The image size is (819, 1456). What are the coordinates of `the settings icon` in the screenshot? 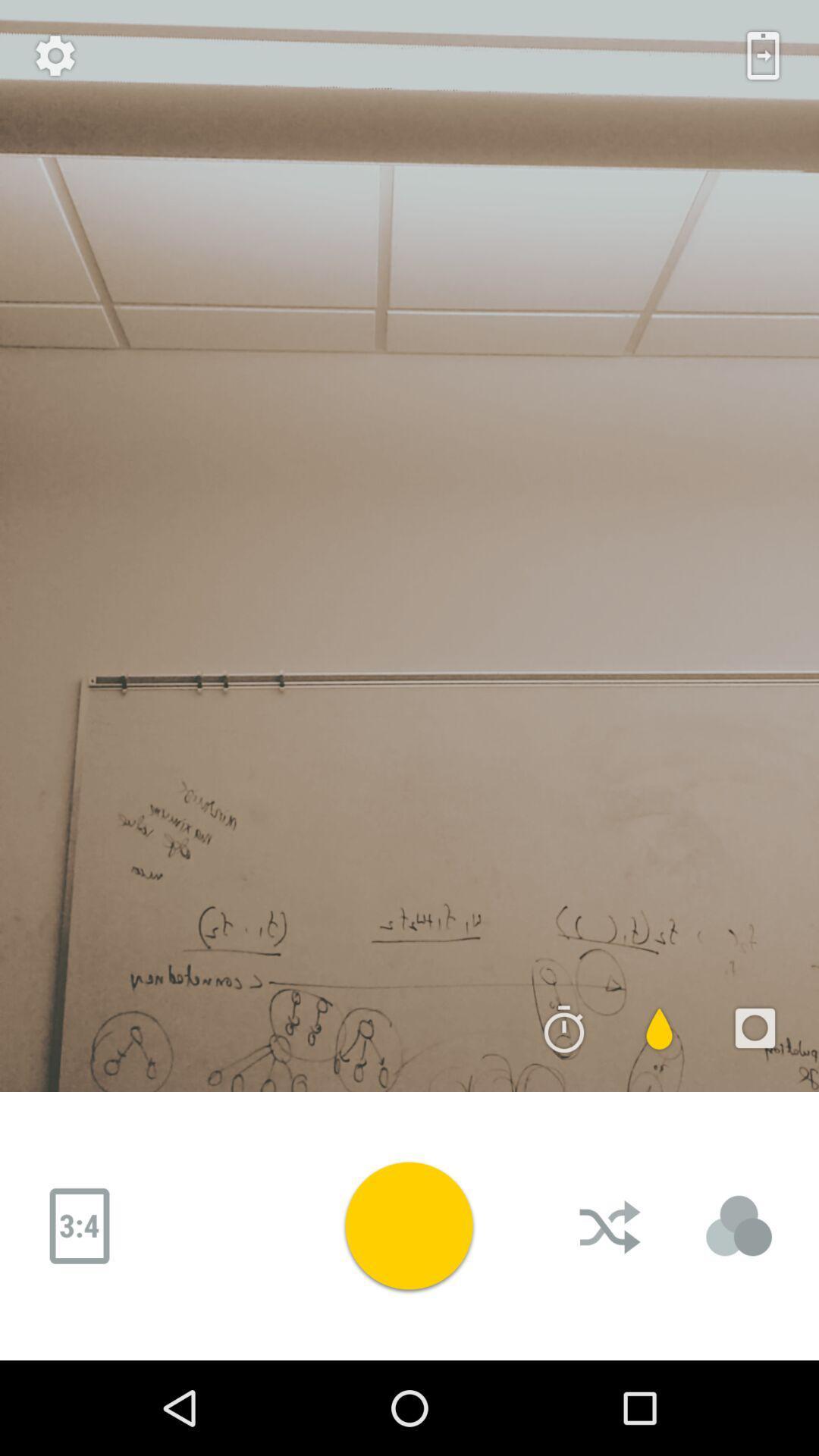 It's located at (55, 55).